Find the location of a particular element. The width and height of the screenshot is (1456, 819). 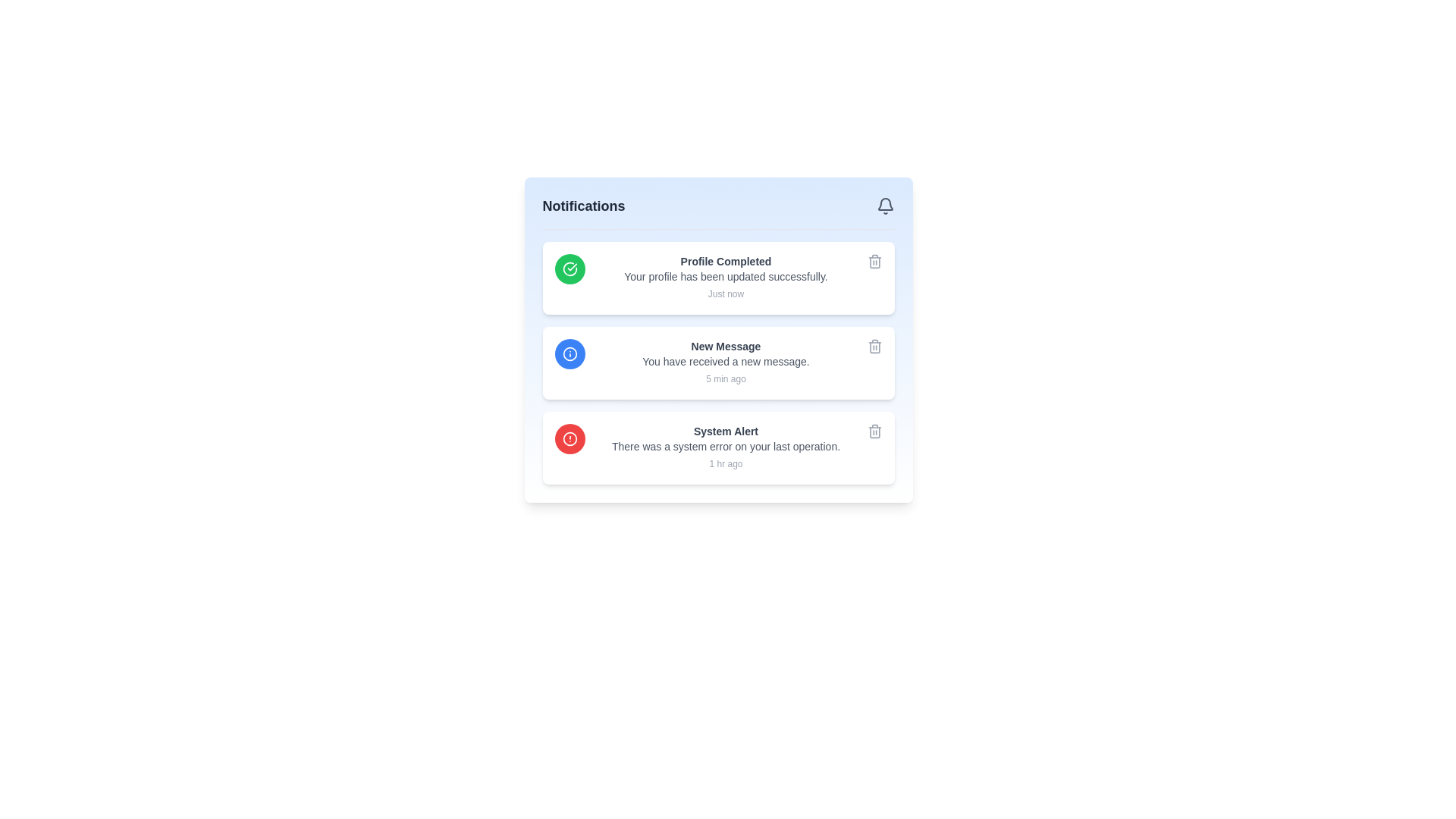

text element that is positioned below the header 'System Alert' and above the timestamp '1 hr ago' is located at coordinates (725, 446).